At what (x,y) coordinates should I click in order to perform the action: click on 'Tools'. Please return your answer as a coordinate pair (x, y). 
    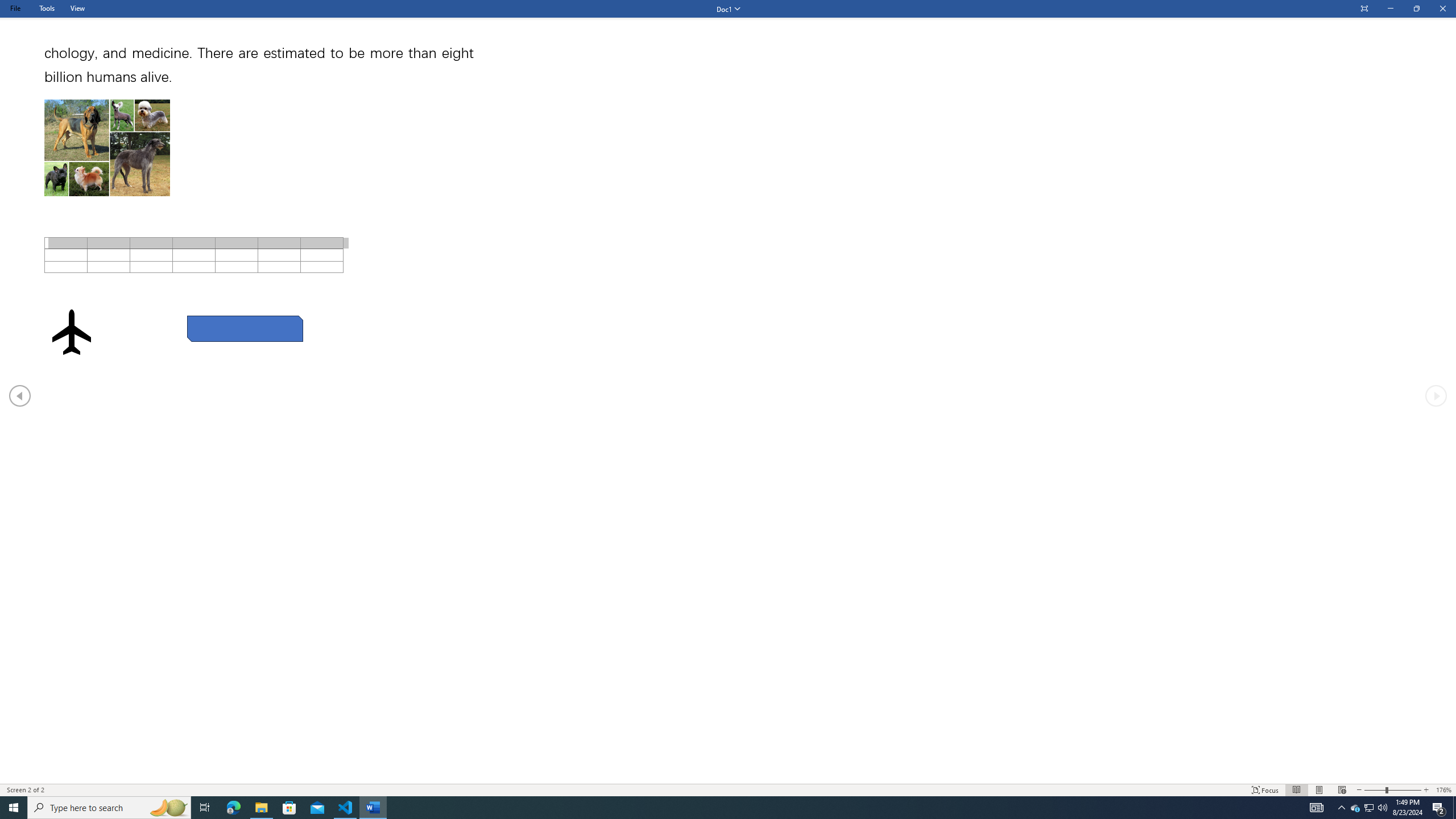
    Looking at the image, I should click on (46, 8).